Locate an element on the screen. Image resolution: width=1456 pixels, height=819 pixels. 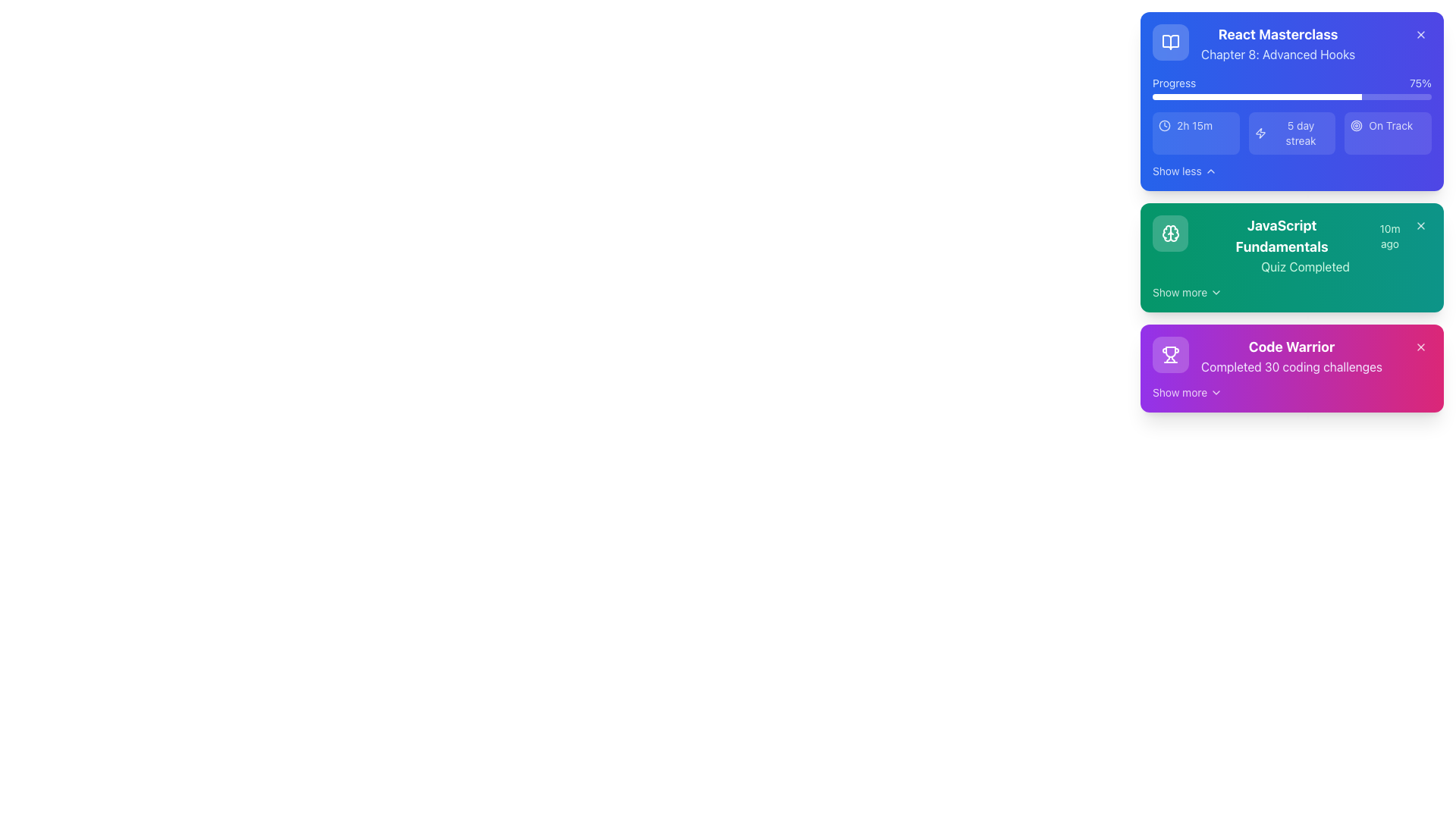
the text label displaying '10m ago', which is located in the upper right section of the JavaScript Fundamentals card, adjacent to the title and above the completion text is located at coordinates (1390, 237).